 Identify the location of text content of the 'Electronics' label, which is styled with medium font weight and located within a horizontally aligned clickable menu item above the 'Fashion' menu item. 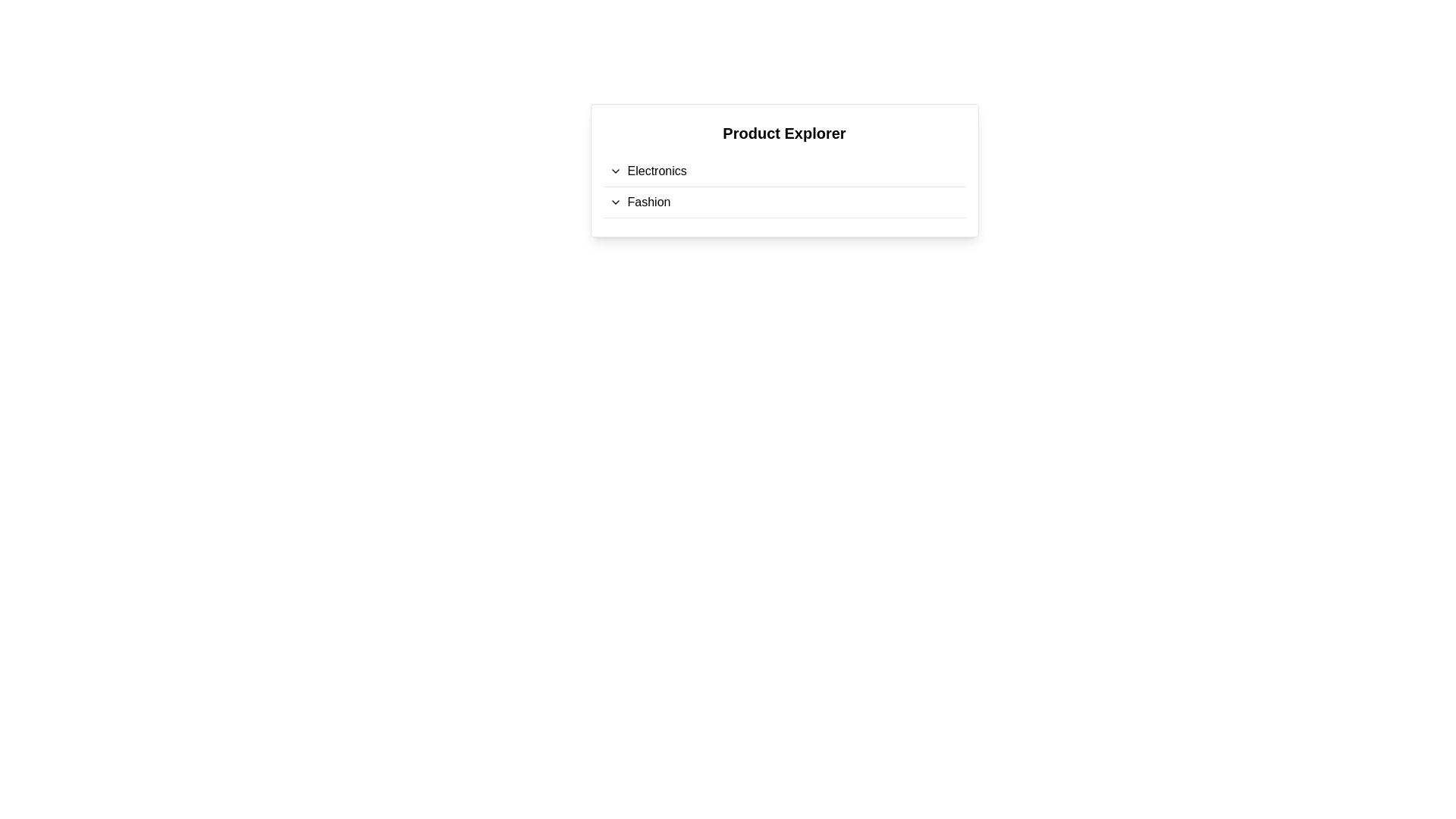
(657, 171).